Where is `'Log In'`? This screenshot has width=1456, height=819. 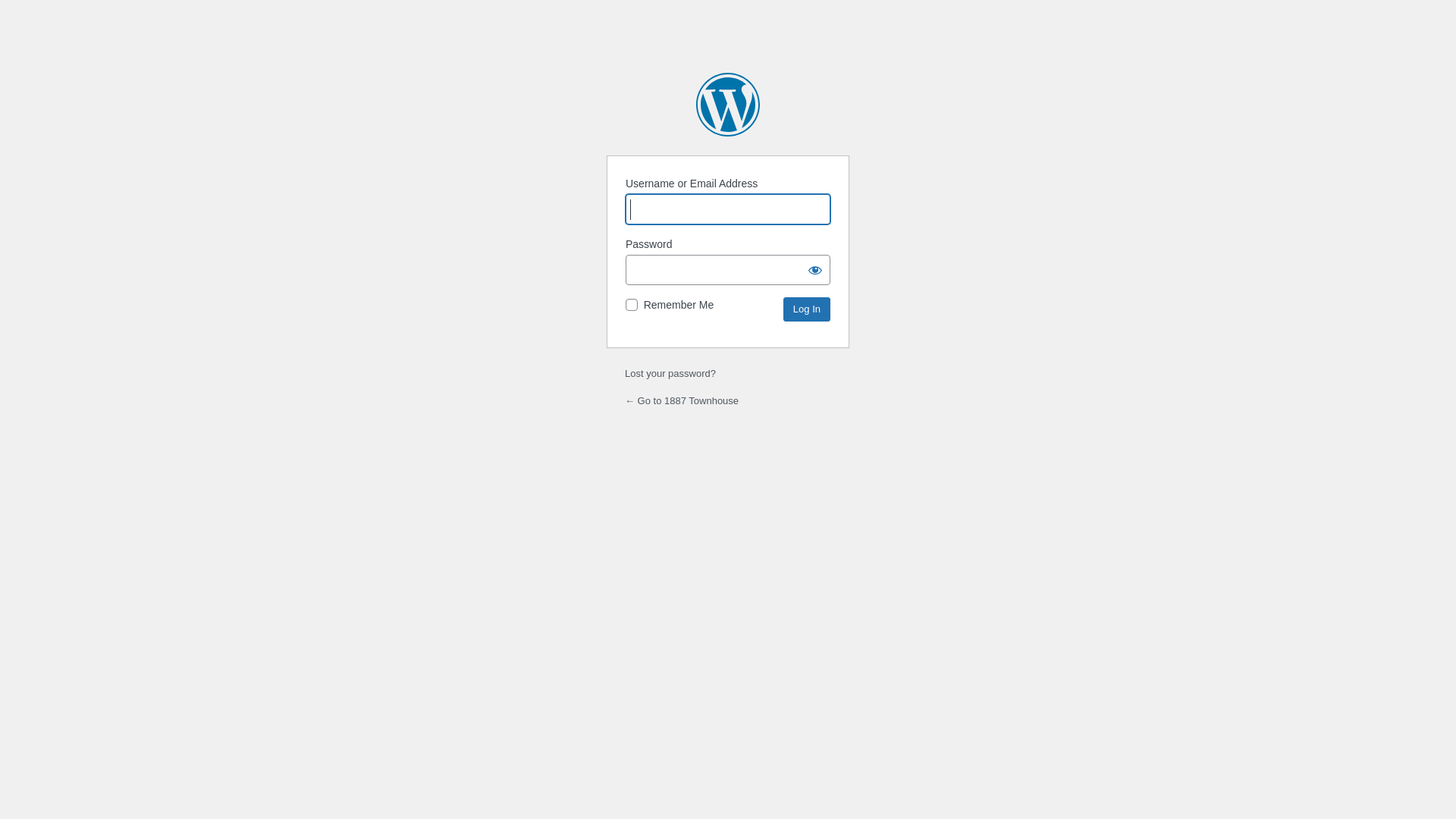
'Log In' is located at coordinates (806, 309).